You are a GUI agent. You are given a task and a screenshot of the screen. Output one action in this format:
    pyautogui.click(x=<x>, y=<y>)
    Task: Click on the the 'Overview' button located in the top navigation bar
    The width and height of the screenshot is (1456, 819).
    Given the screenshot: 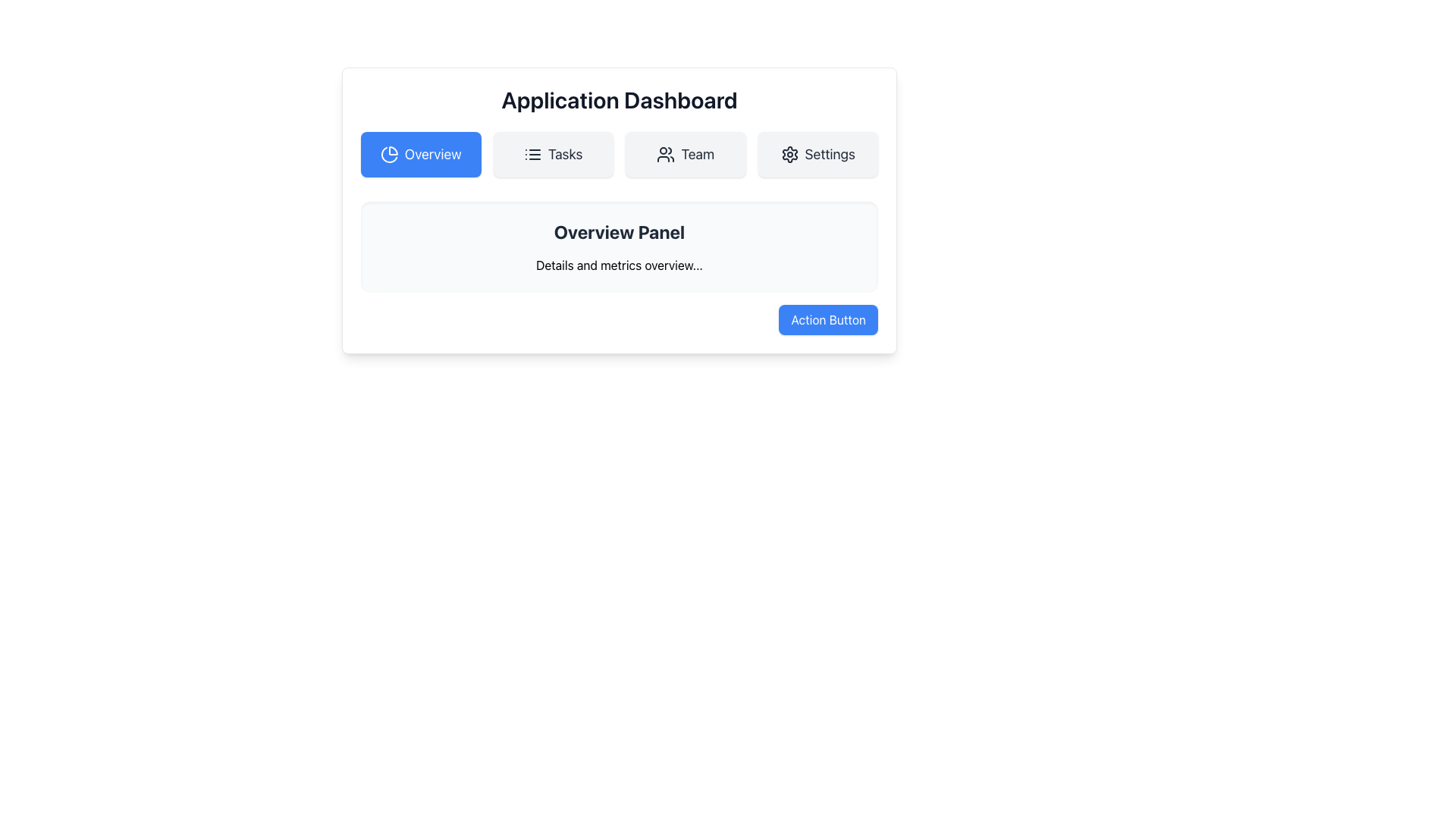 What is the action you would take?
    pyautogui.click(x=393, y=151)
    